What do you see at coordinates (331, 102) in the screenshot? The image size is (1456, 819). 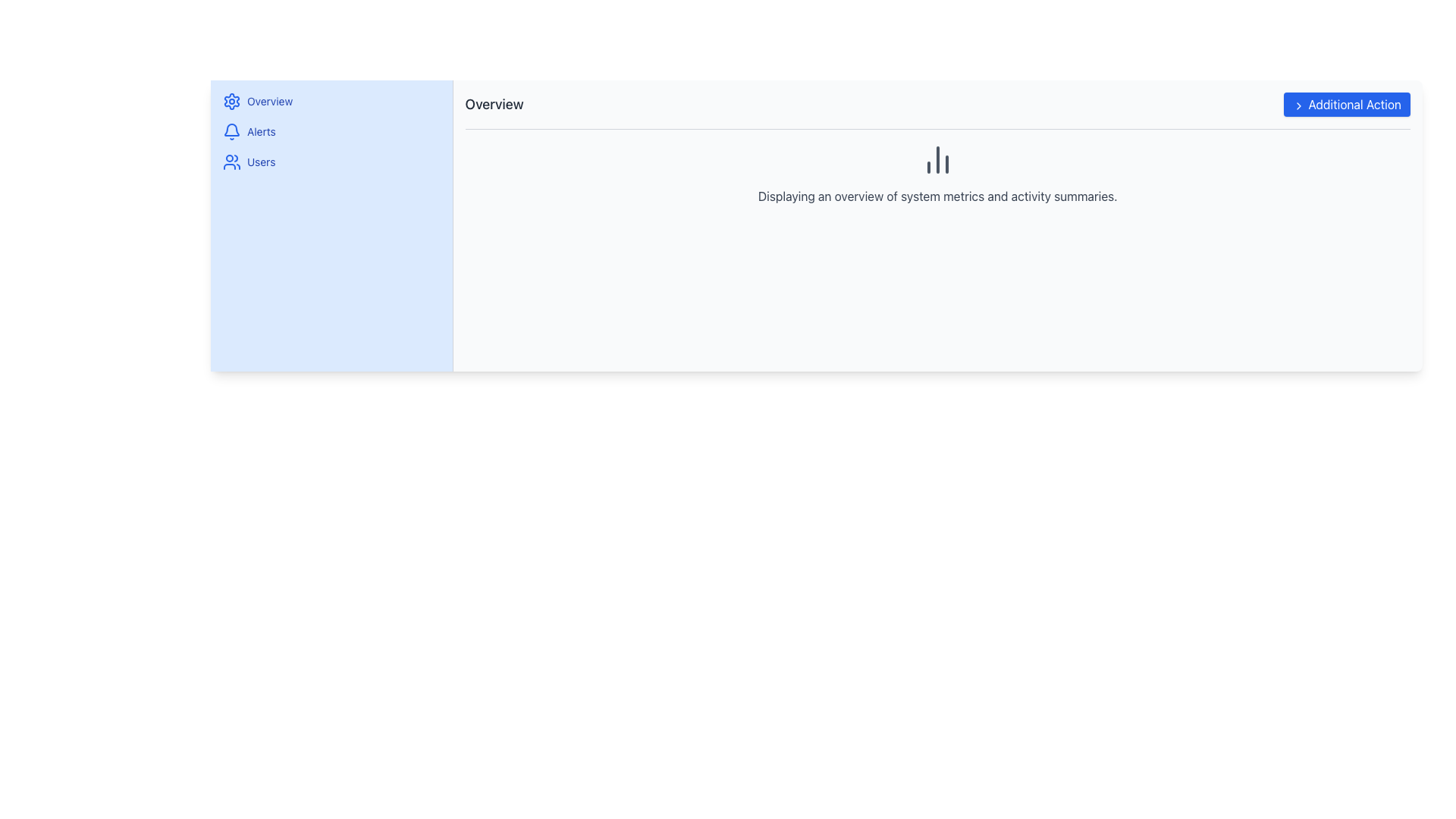 I see `the topmost item` at bounding box center [331, 102].